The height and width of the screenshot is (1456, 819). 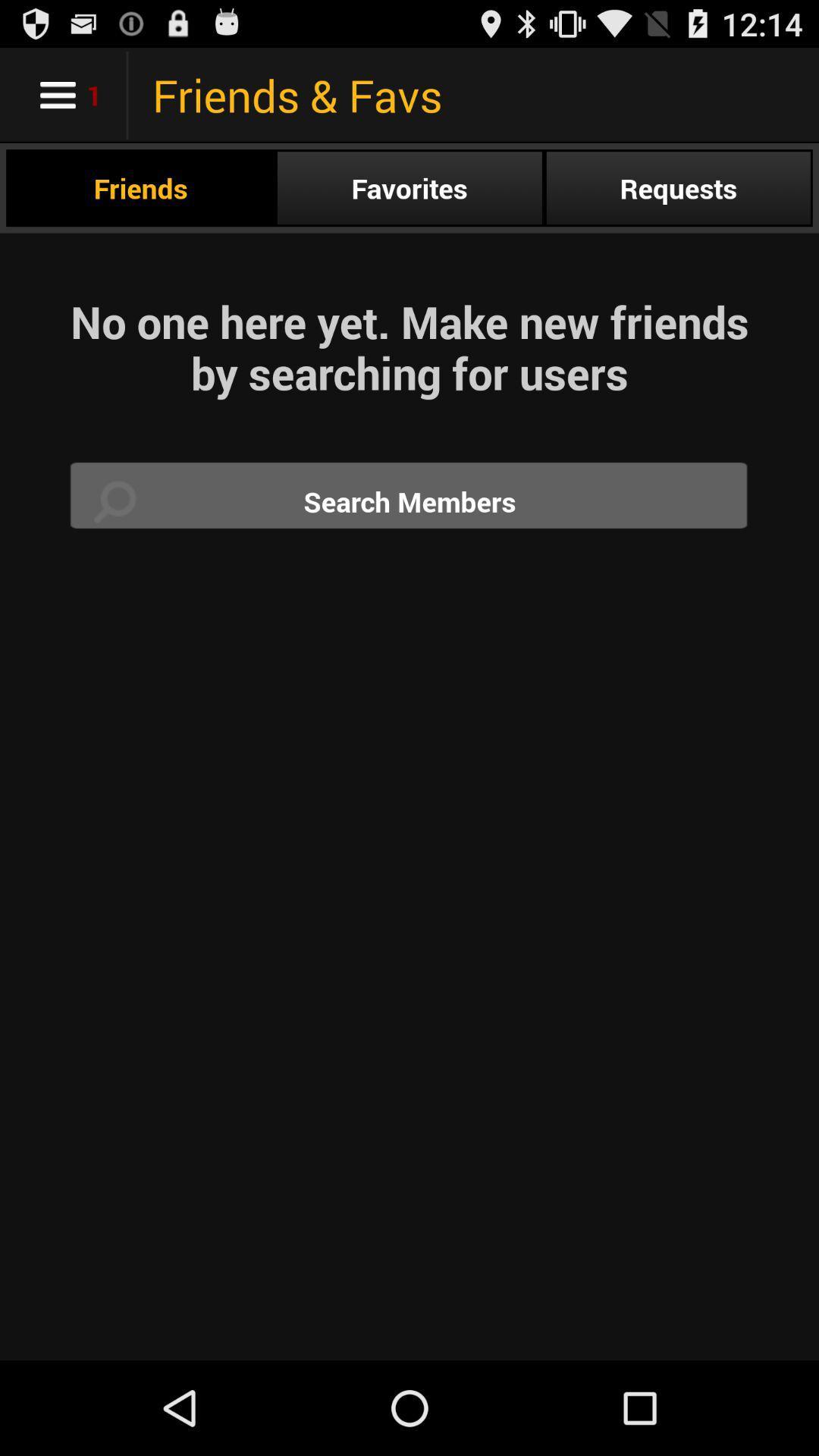 I want to click on app below the friends & favs app, so click(x=677, y=187).